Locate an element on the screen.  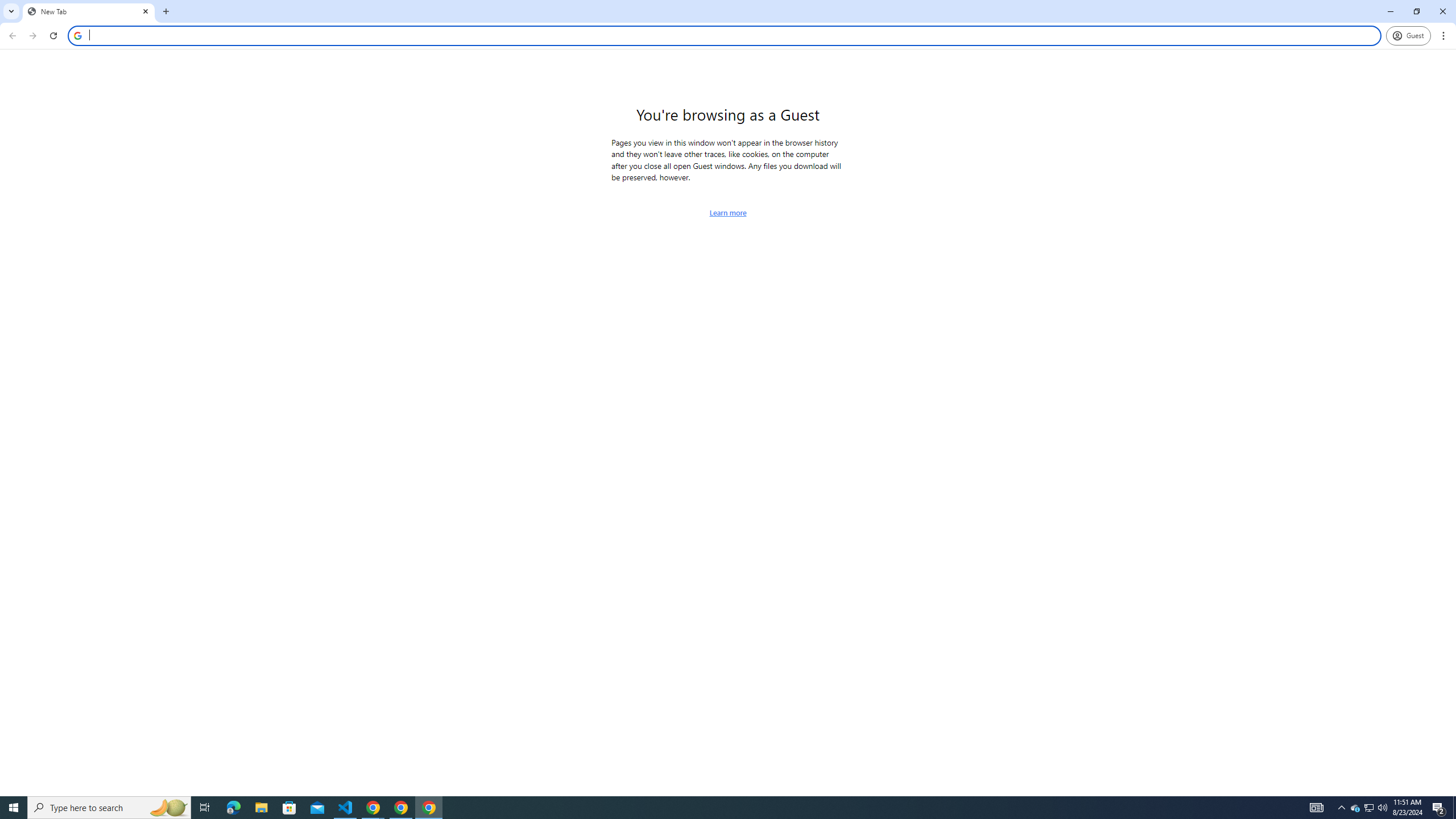
'Learn more about browsing as a guest' is located at coordinates (728, 212).